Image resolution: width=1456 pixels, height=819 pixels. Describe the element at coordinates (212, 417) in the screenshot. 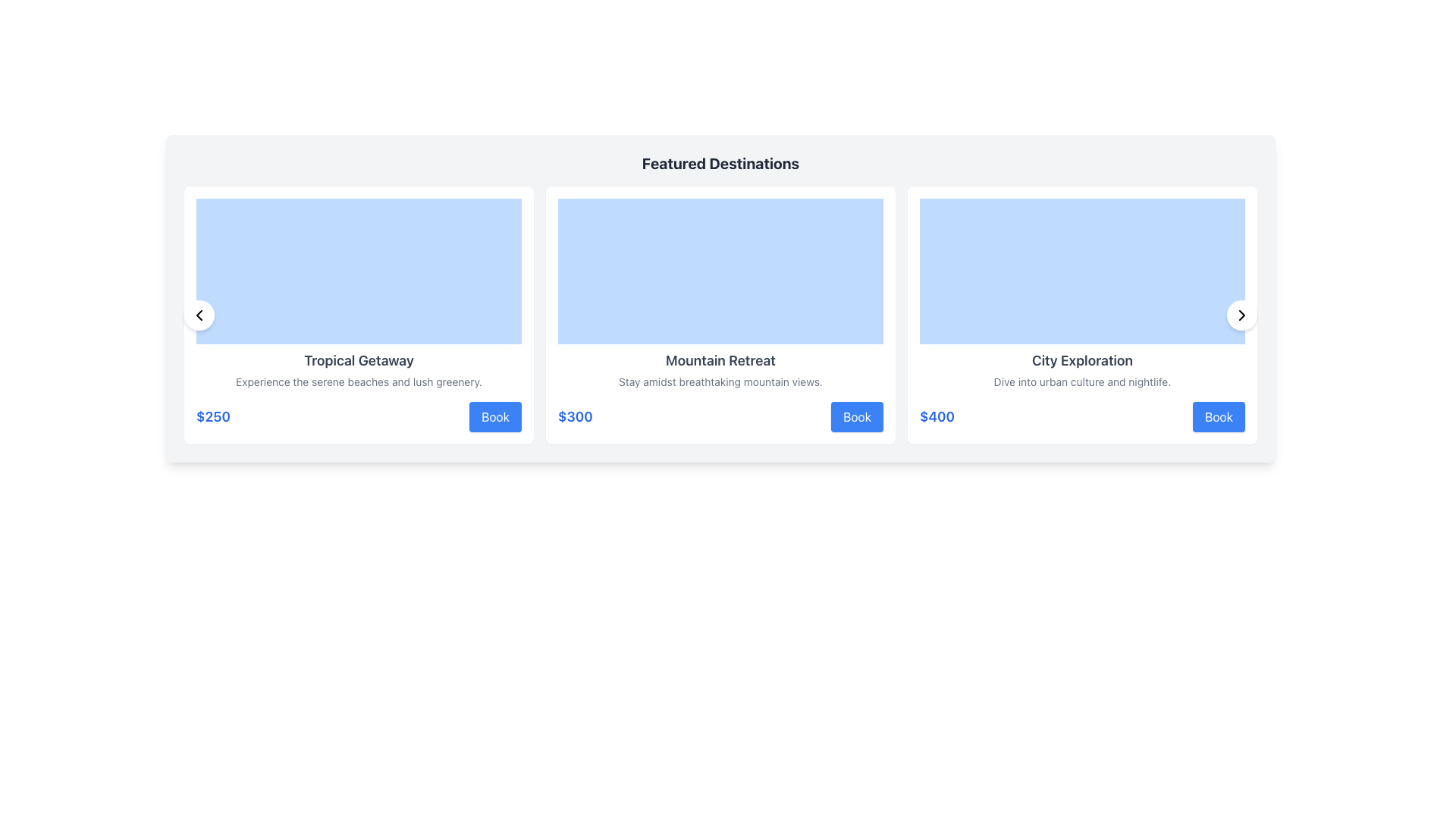

I see `price text displayed for the 'Tropical Getaway' offering, located in the bottom-left corner of the leftmost card, below the descriptive text and aligned with the 'Book' button` at that location.